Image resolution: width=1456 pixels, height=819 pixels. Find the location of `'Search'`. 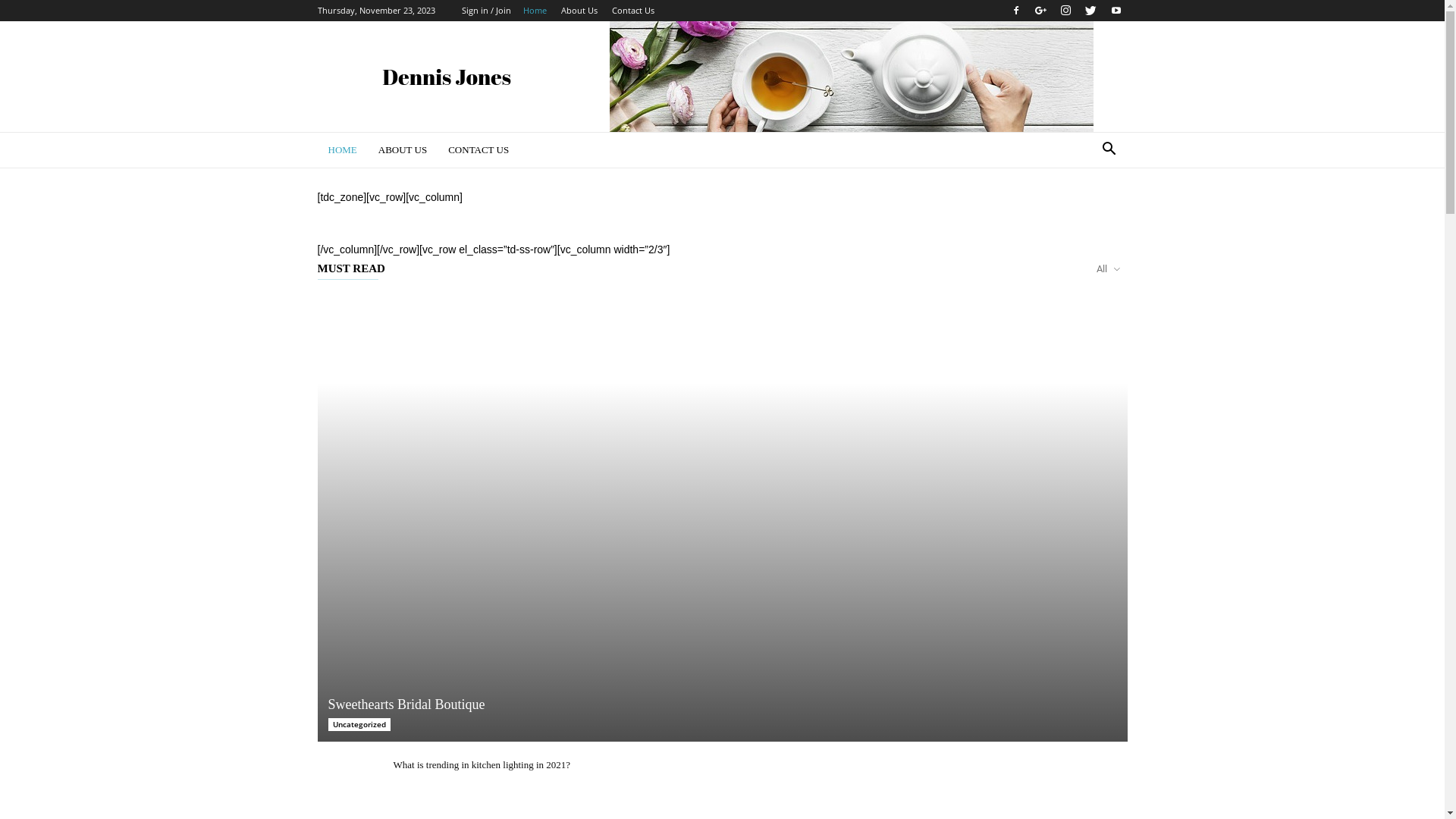

'Search' is located at coordinates (1084, 210).